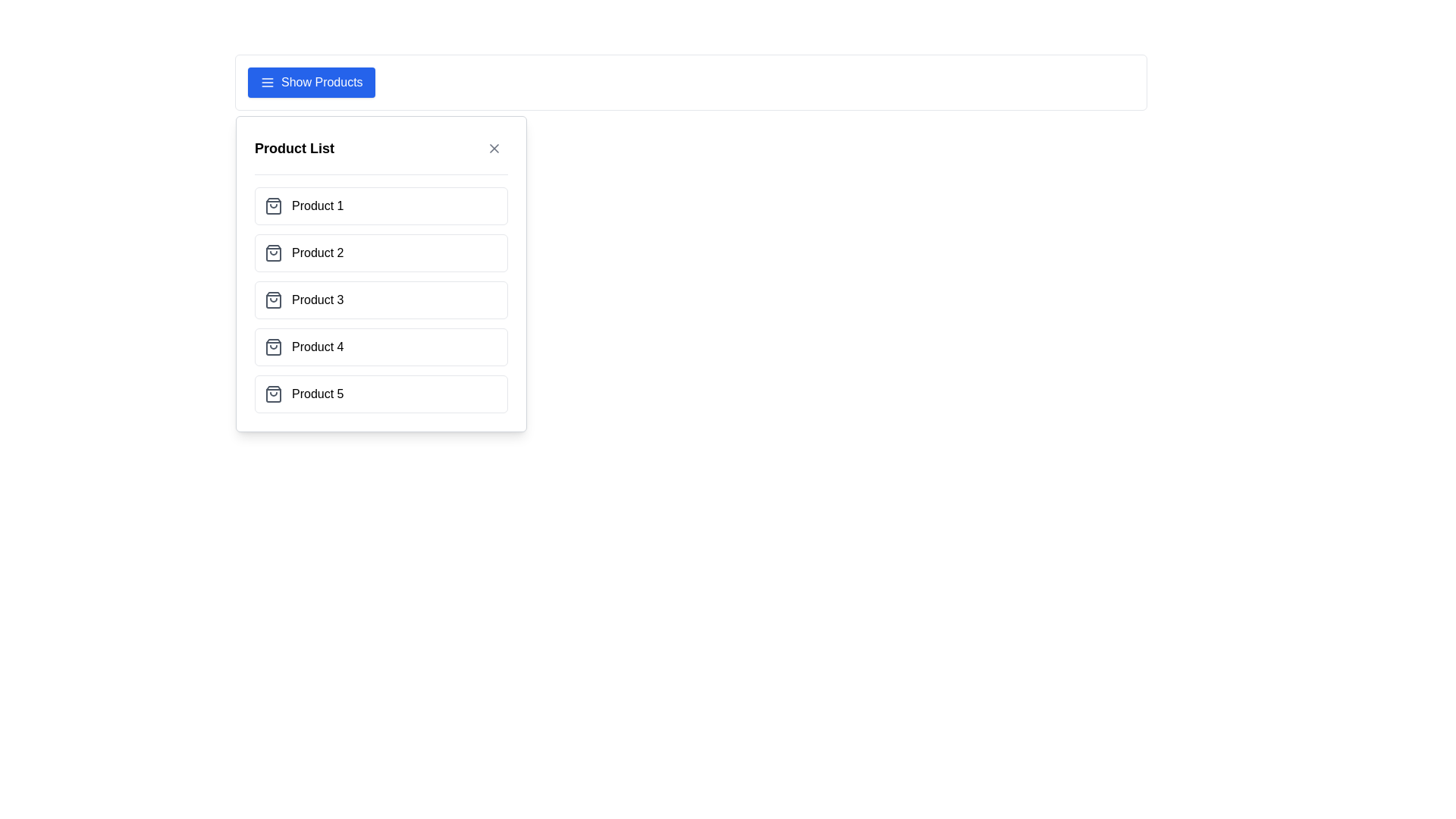 The height and width of the screenshot is (819, 1456). Describe the element at coordinates (268, 82) in the screenshot. I see `the icon located to the left of the 'Show Products' button, which serves as a visual indicator for toggling or displaying the product list` at that location.